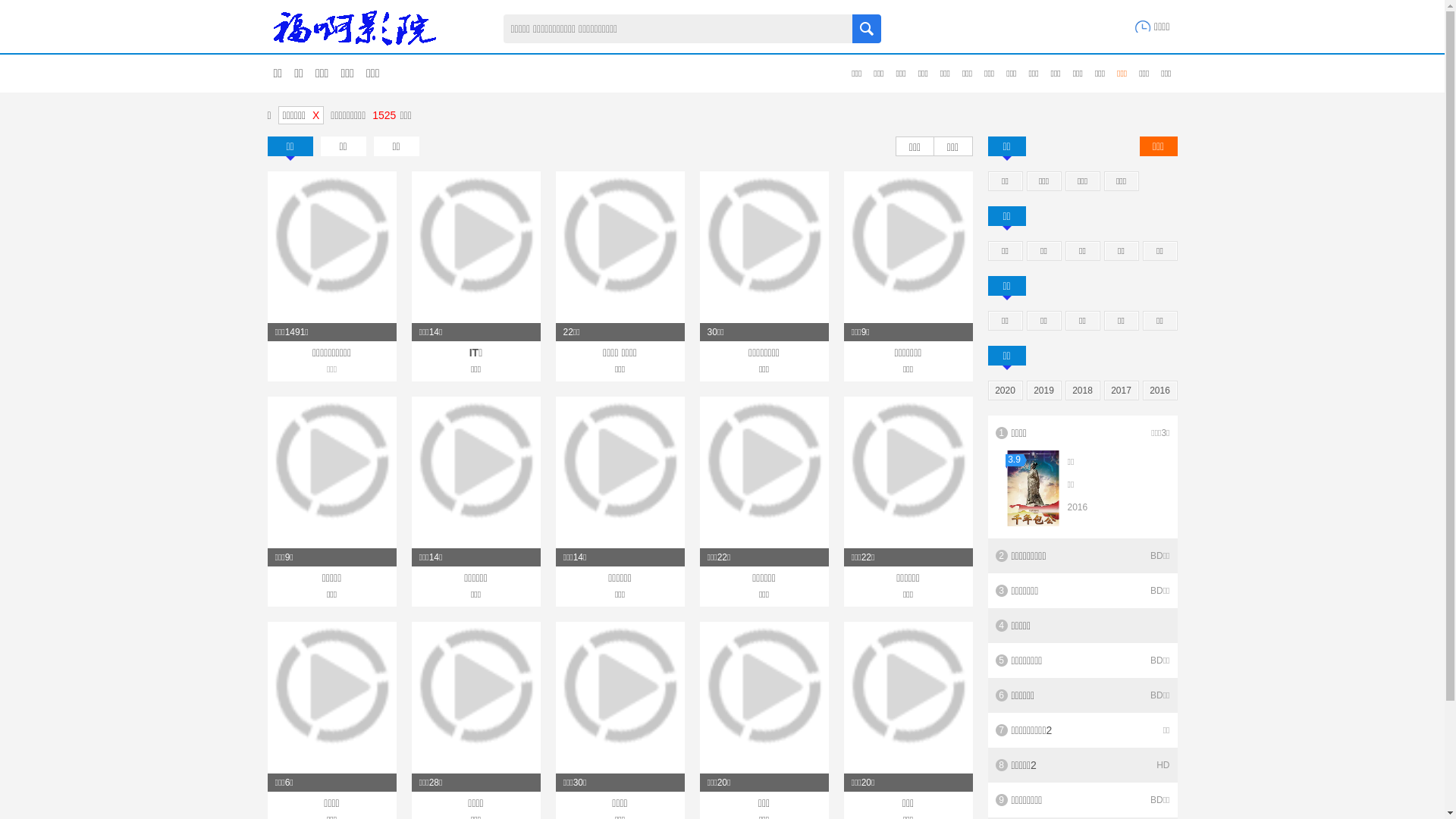  I want to click on '2019', so click(1043, 390).